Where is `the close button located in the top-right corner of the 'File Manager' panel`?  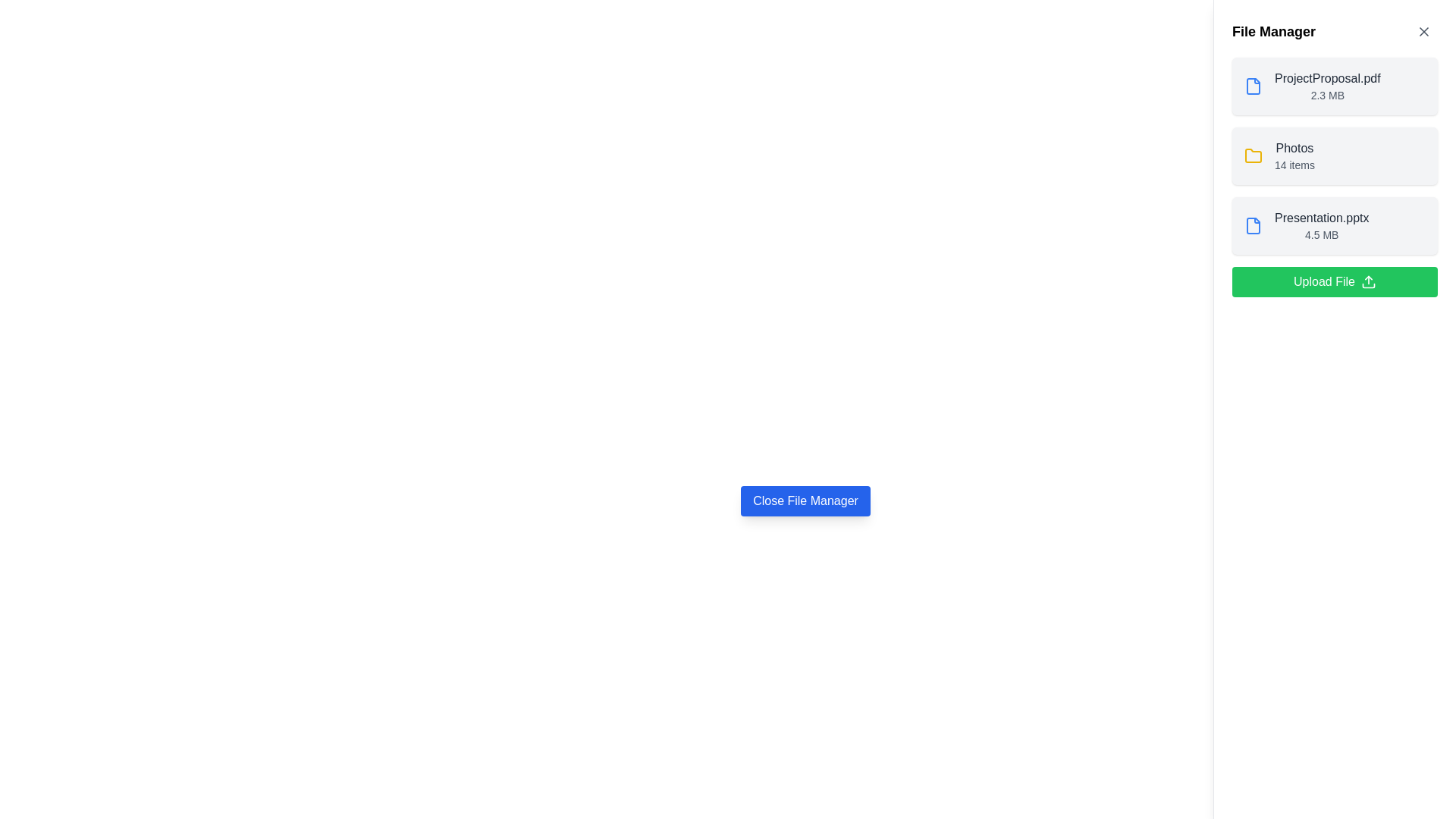 the close button located in the top-right corner of the 'File Manager' panel is located at coordinates (1423, 32).